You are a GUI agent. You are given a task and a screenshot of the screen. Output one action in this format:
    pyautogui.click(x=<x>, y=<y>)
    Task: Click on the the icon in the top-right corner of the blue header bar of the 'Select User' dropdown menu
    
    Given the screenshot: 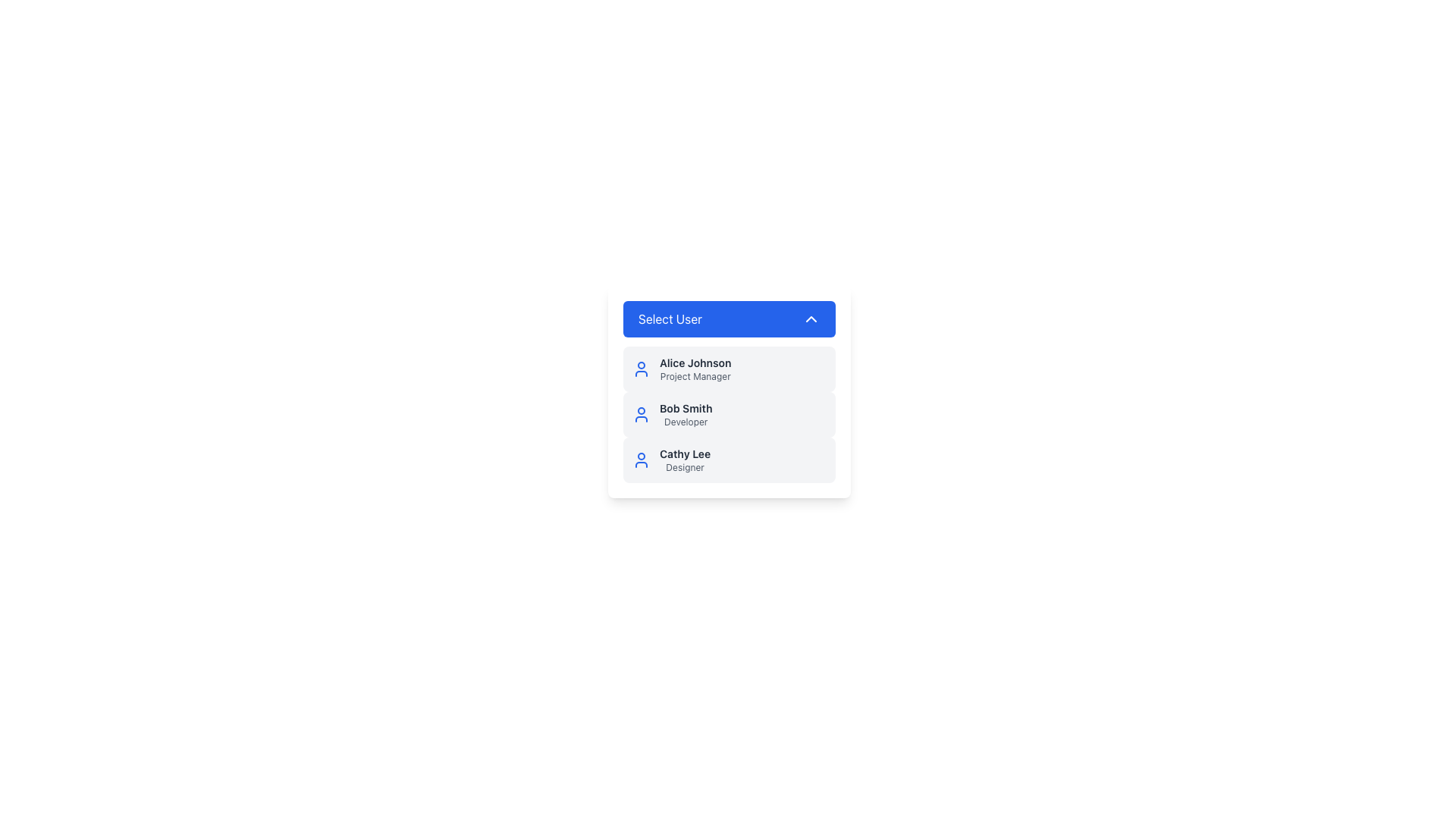 What is the action you would take?
    pyautogui.click(x=811, y=318)
    